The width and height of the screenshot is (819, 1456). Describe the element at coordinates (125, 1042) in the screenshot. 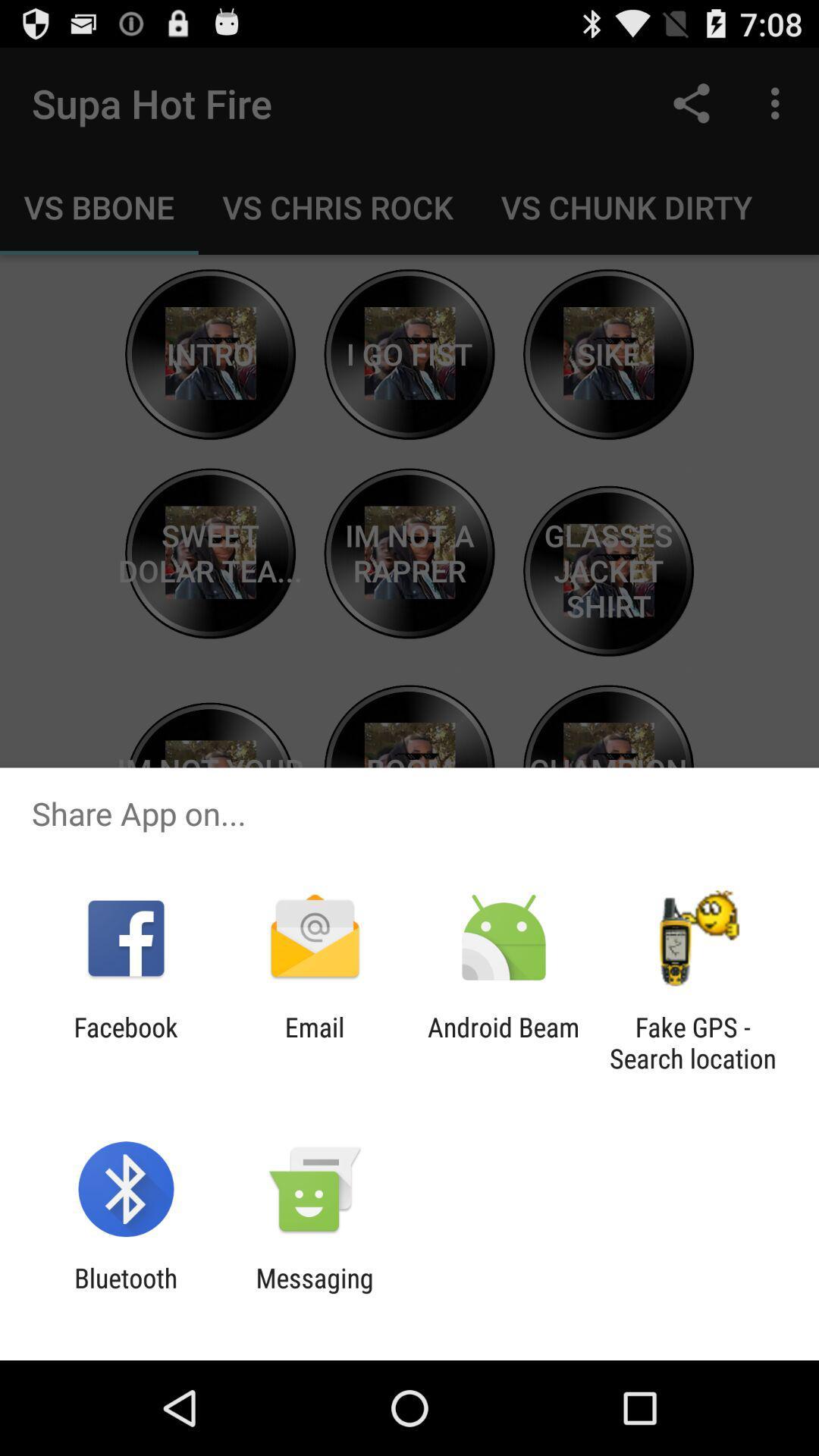

I see `item next to the email` at that location.